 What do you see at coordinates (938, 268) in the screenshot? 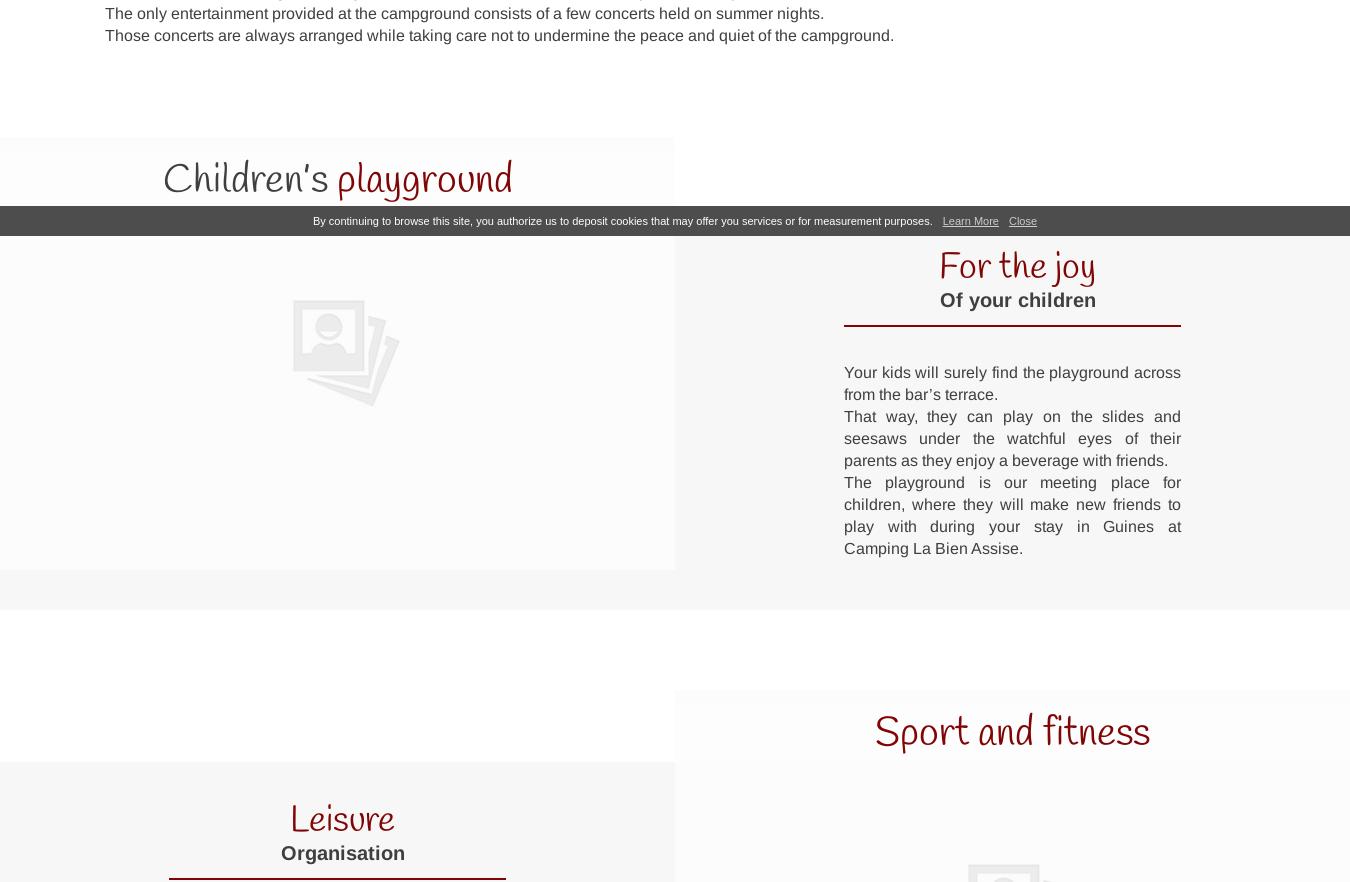
I see `'For the joy'` at bounding box center [938, 268].